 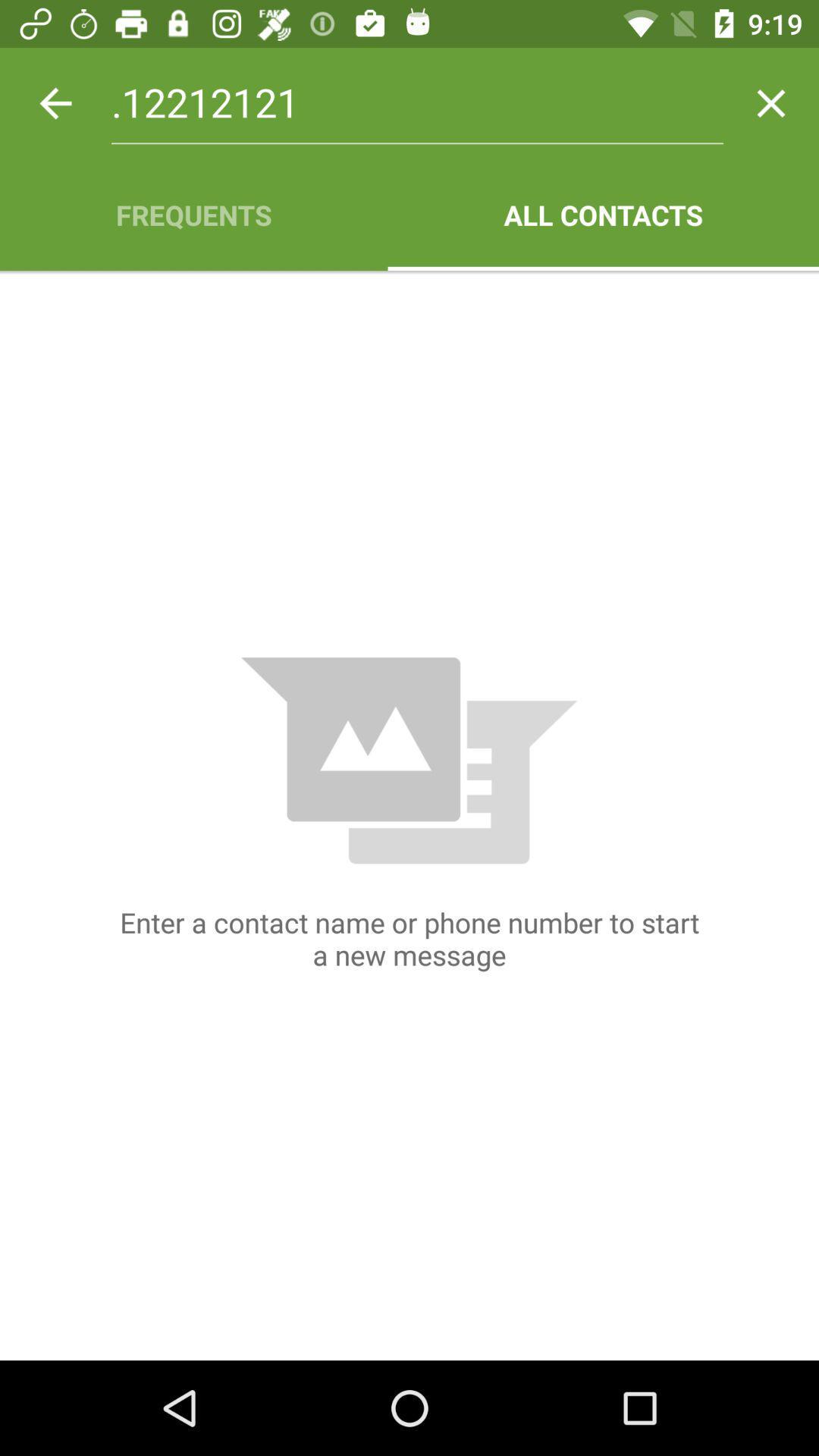 I want to click on icon next to frequents icon, so click(x=602, y=214).